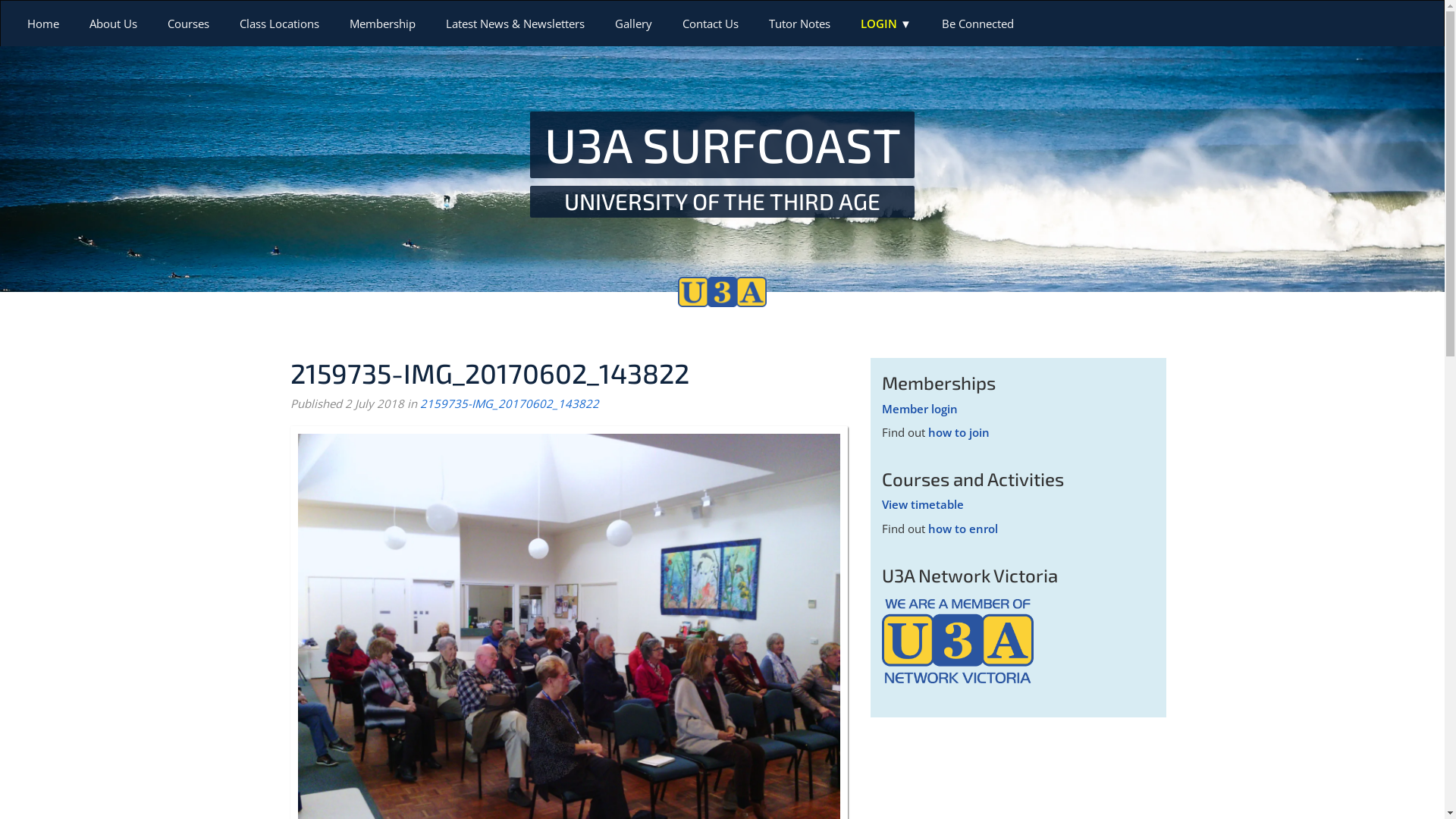 The height and width of the screenshot is (819, 1456). I want to click on 'Member login', so click(918, 408).